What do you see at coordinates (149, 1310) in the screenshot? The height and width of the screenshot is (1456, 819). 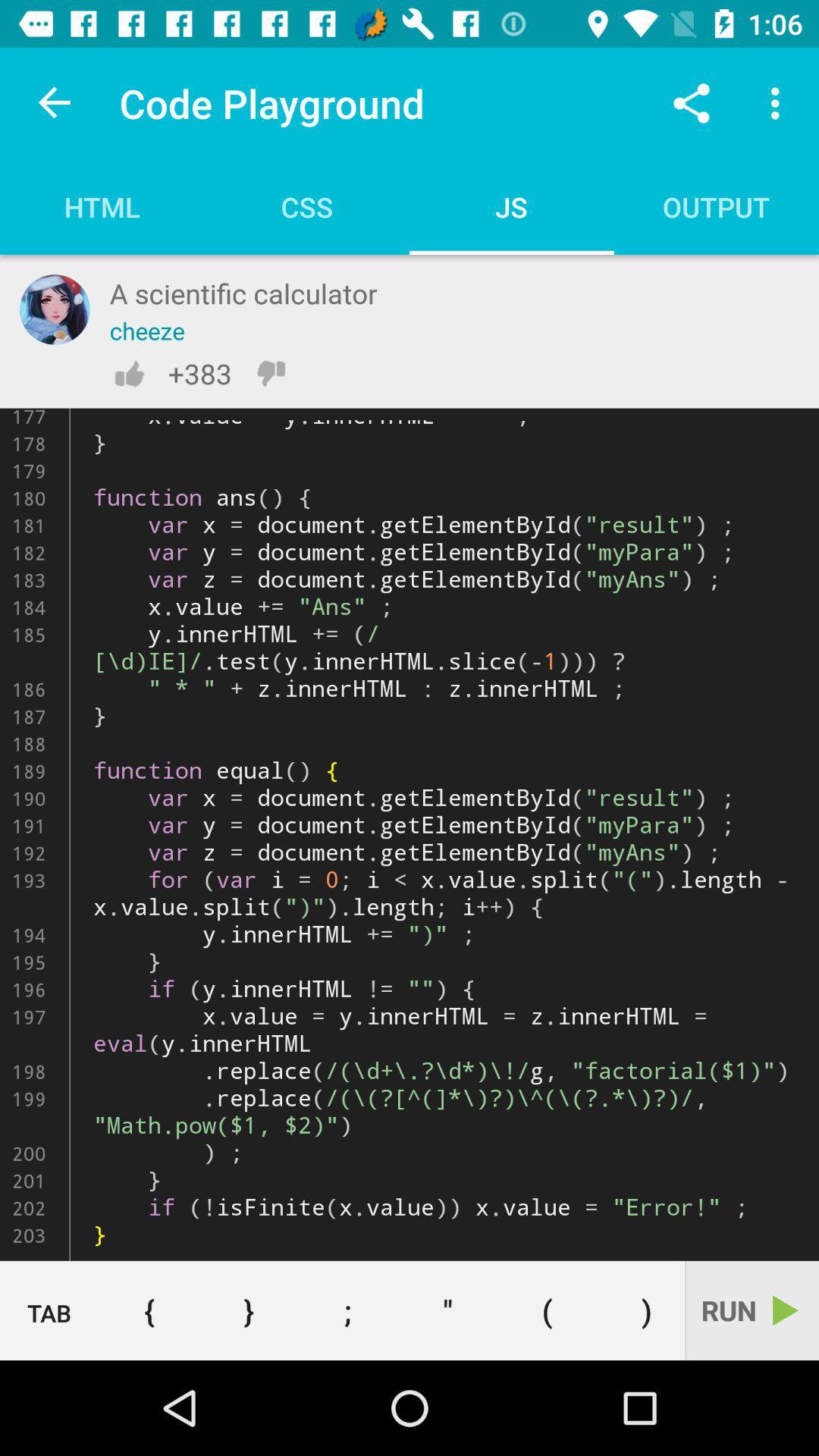 I see `the icon below the function shiftfn ken icon` at bounding box center [149, 1310].